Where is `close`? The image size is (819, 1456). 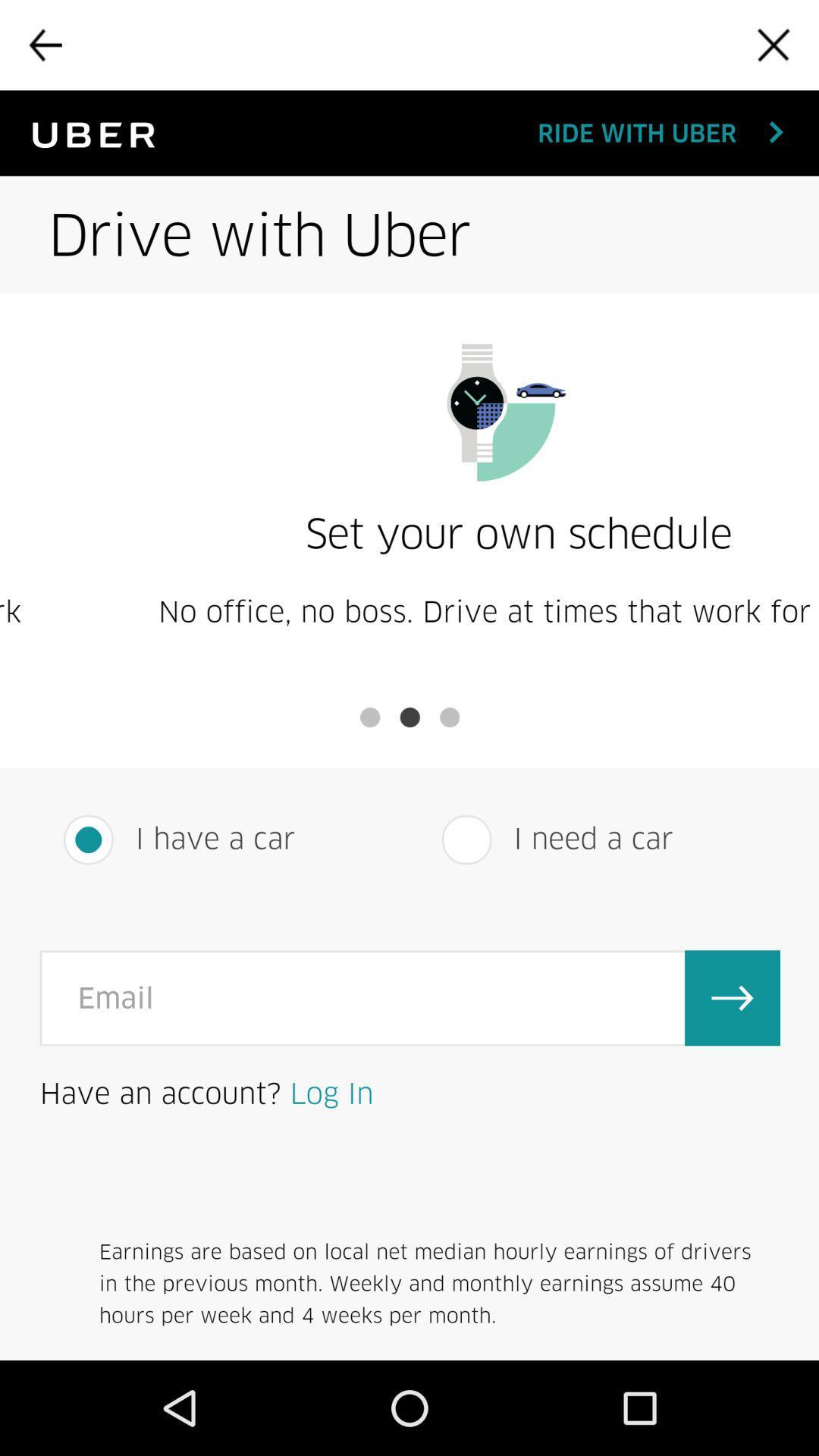 close is located at coordinates (773, 45).